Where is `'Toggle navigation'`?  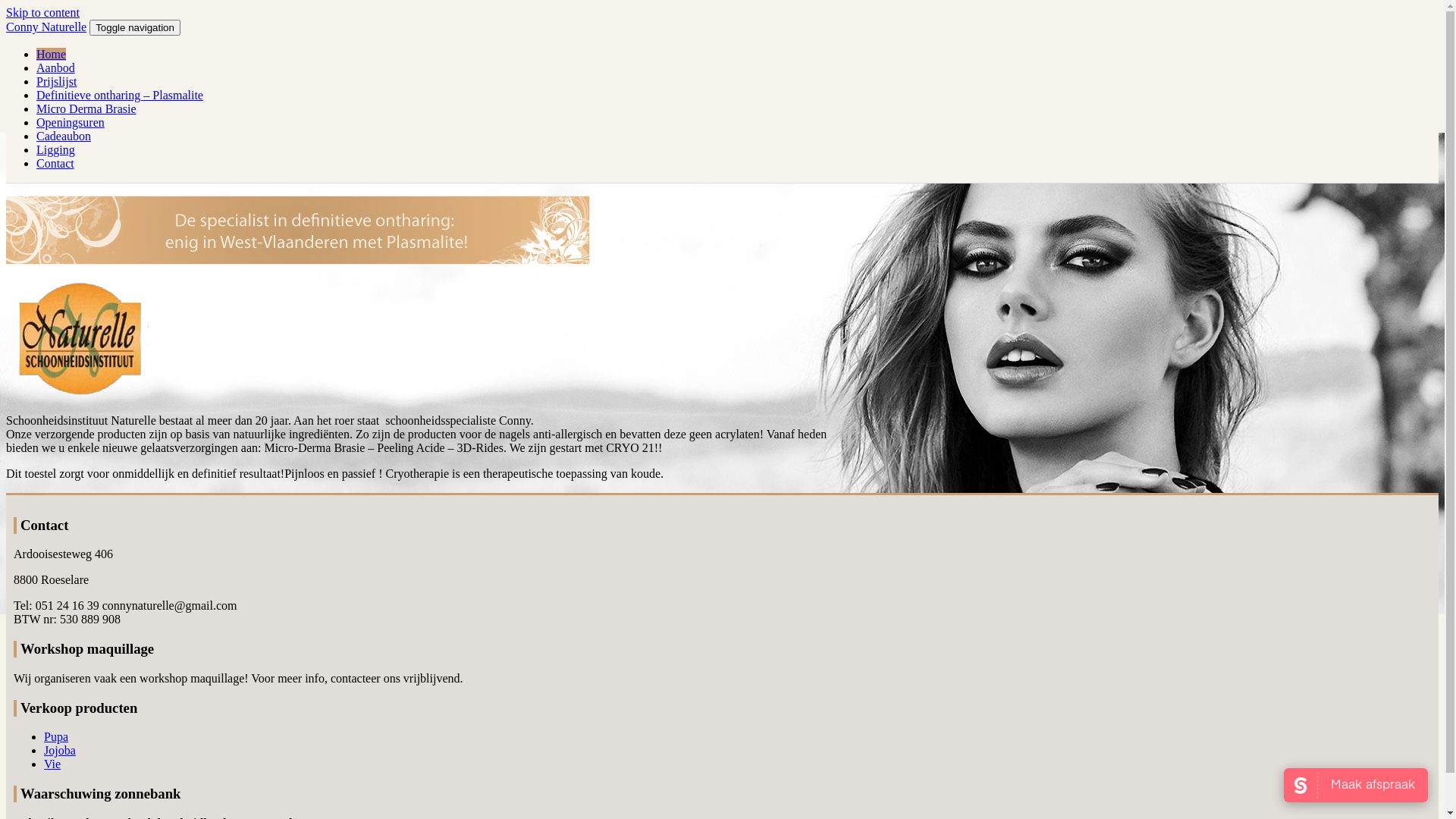 'Toggle navigation' is located at coordinates (134, 27).